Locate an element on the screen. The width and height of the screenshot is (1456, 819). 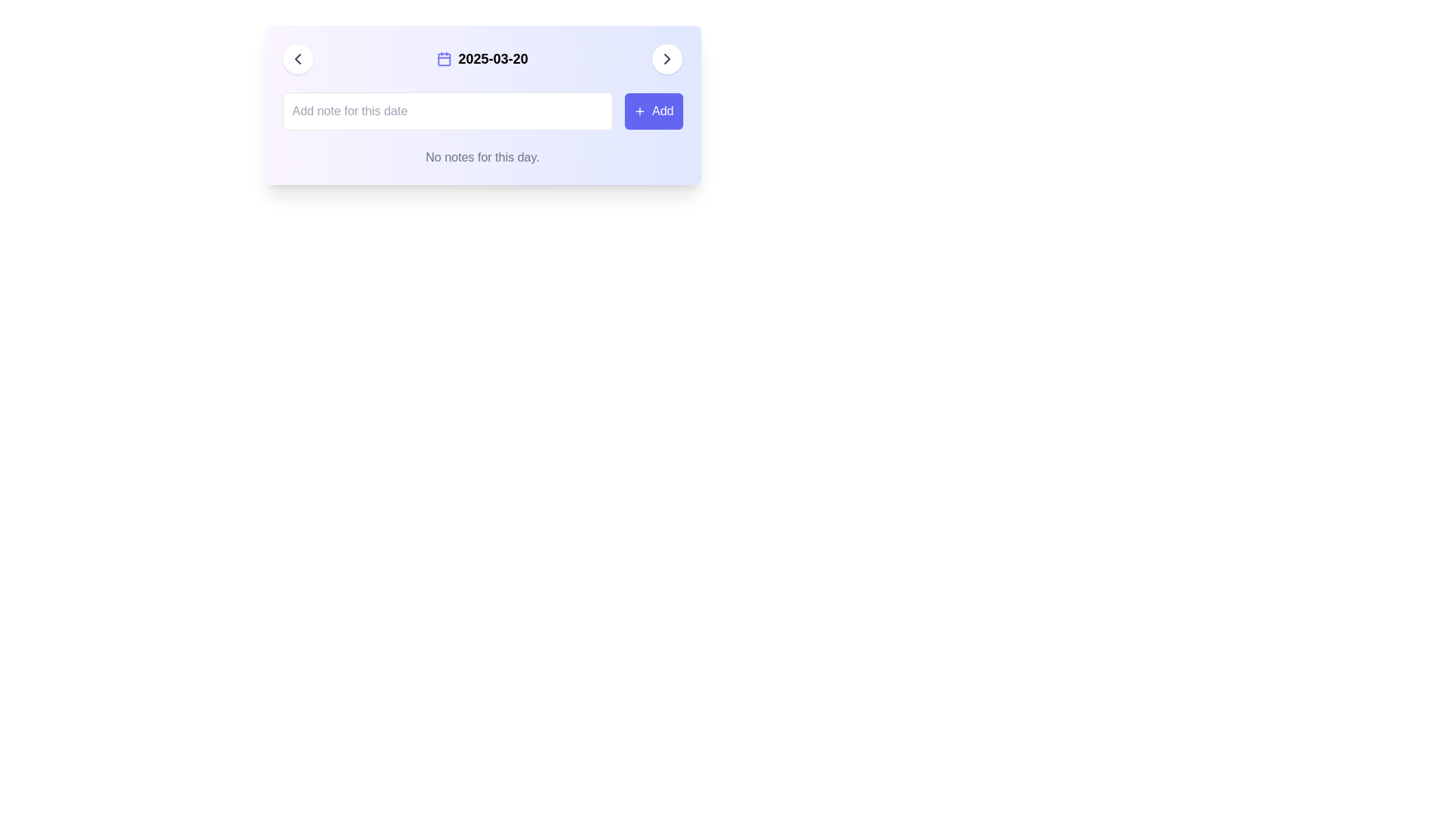
the button located in the top-right corner of the interface that allows navigation to the next date, near the date display '2025-03-20' is located at coordinates (667, 58).